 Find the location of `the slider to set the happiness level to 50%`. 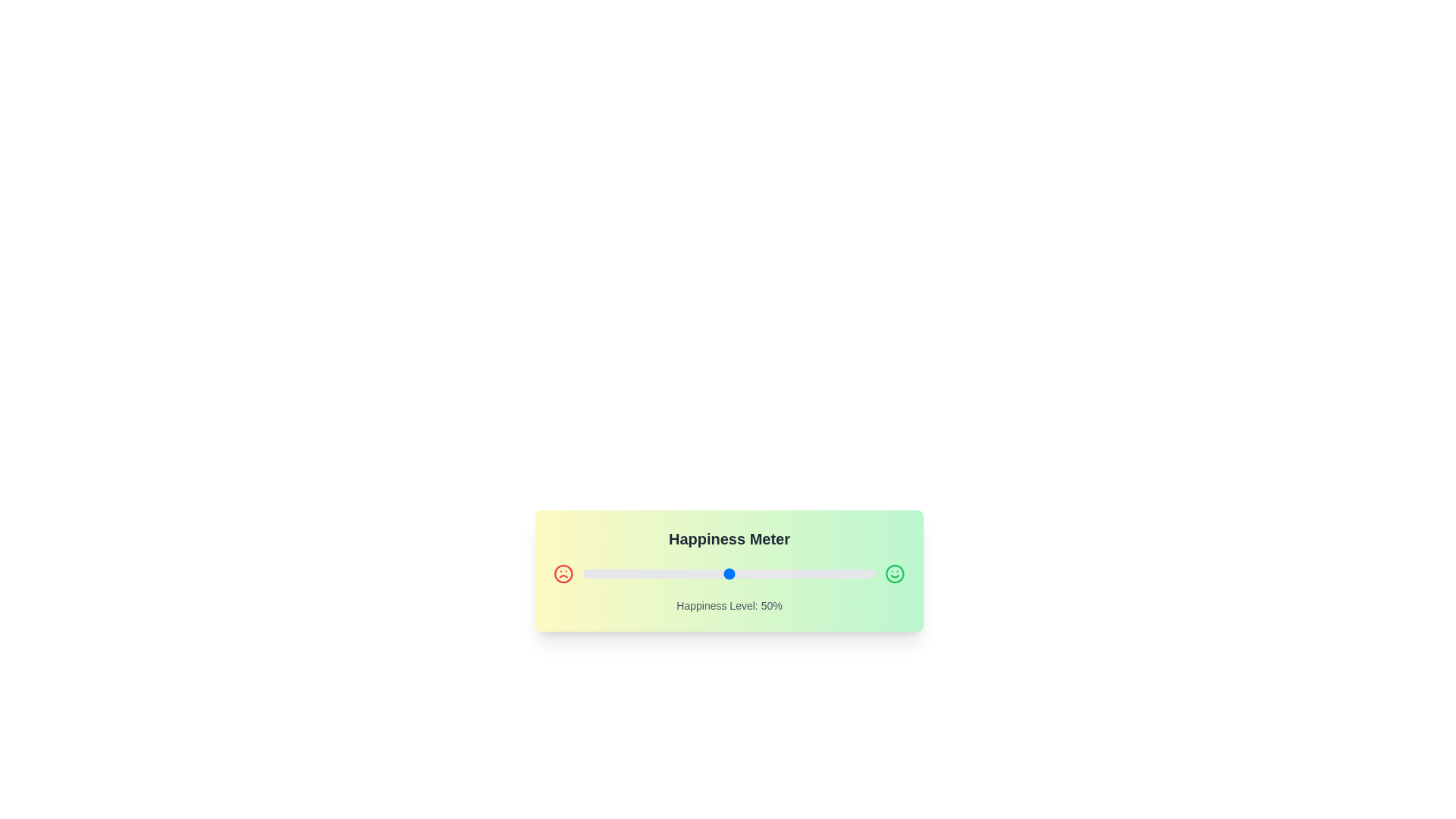

the slider to set the happiness level to 50% is located at coordinates (729, 573).